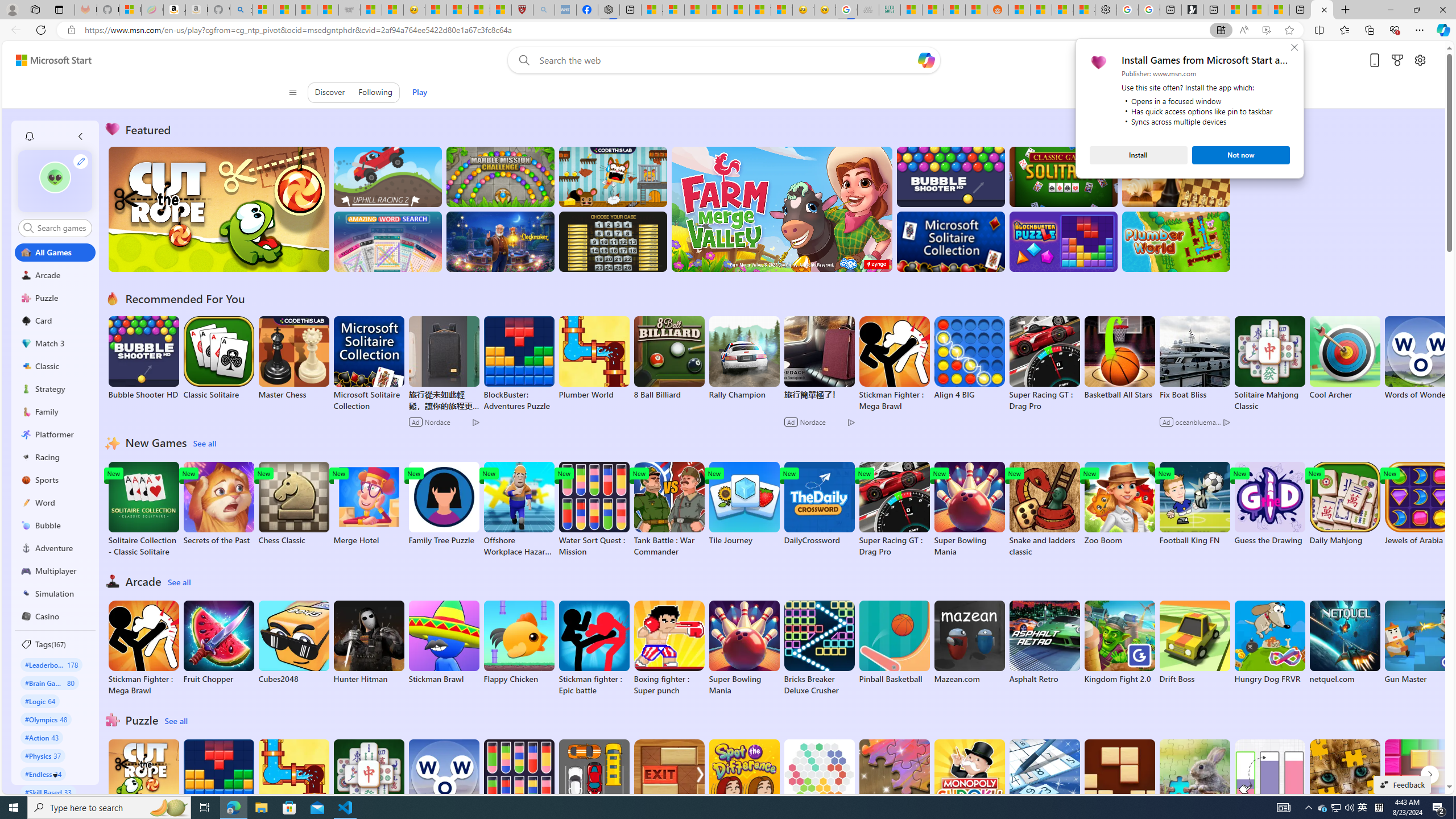  Describe the element at coordinates (218, 503) in the screenshot. I see `'Secrets of the Past'` at that location.